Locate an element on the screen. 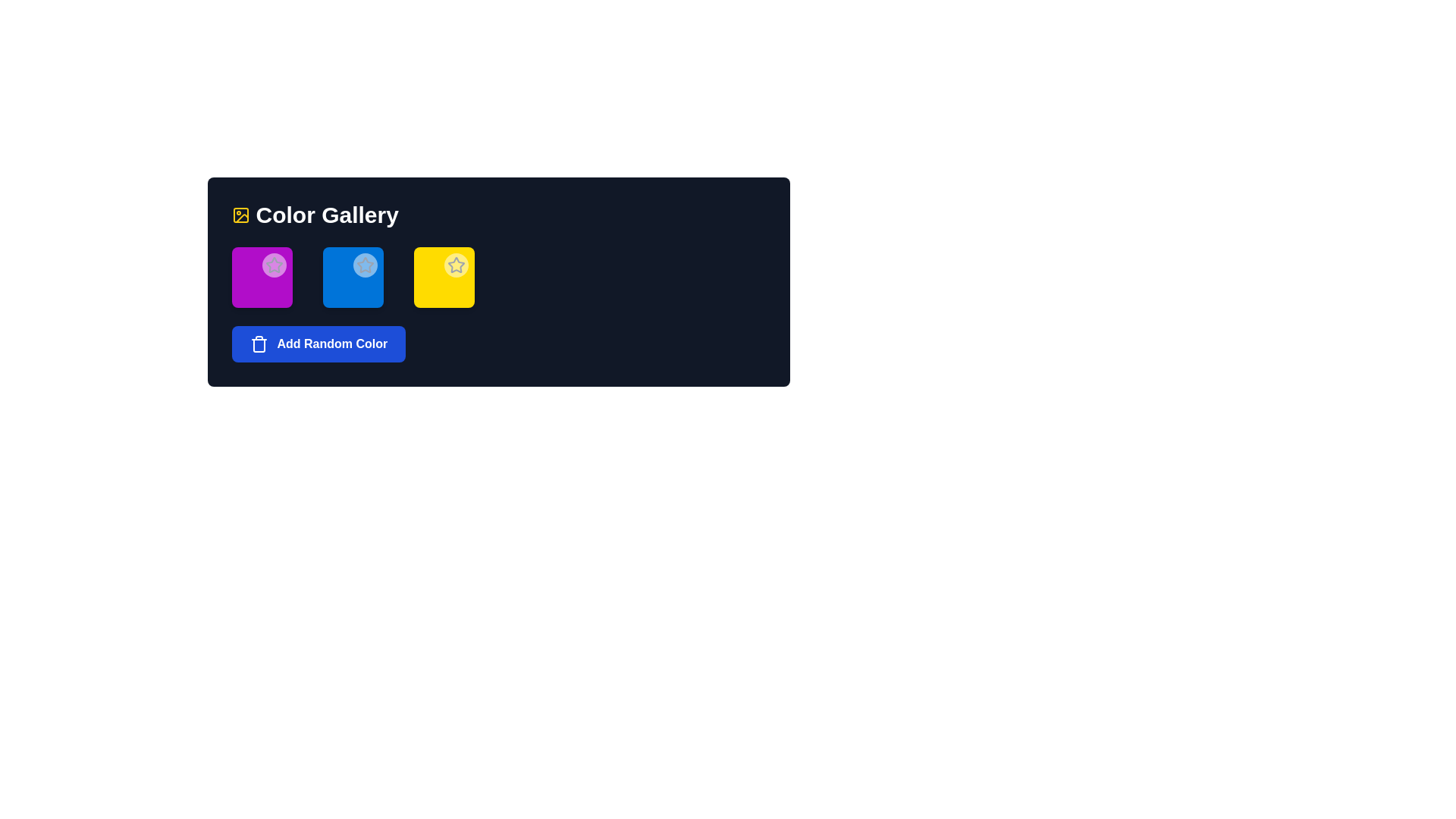 The image size is (1456, 819). the star icon located at the top-right corner of the blue square background, which is the central square among three colored squares, indicating a favorite or rating action is located at coordinates (365, 265).